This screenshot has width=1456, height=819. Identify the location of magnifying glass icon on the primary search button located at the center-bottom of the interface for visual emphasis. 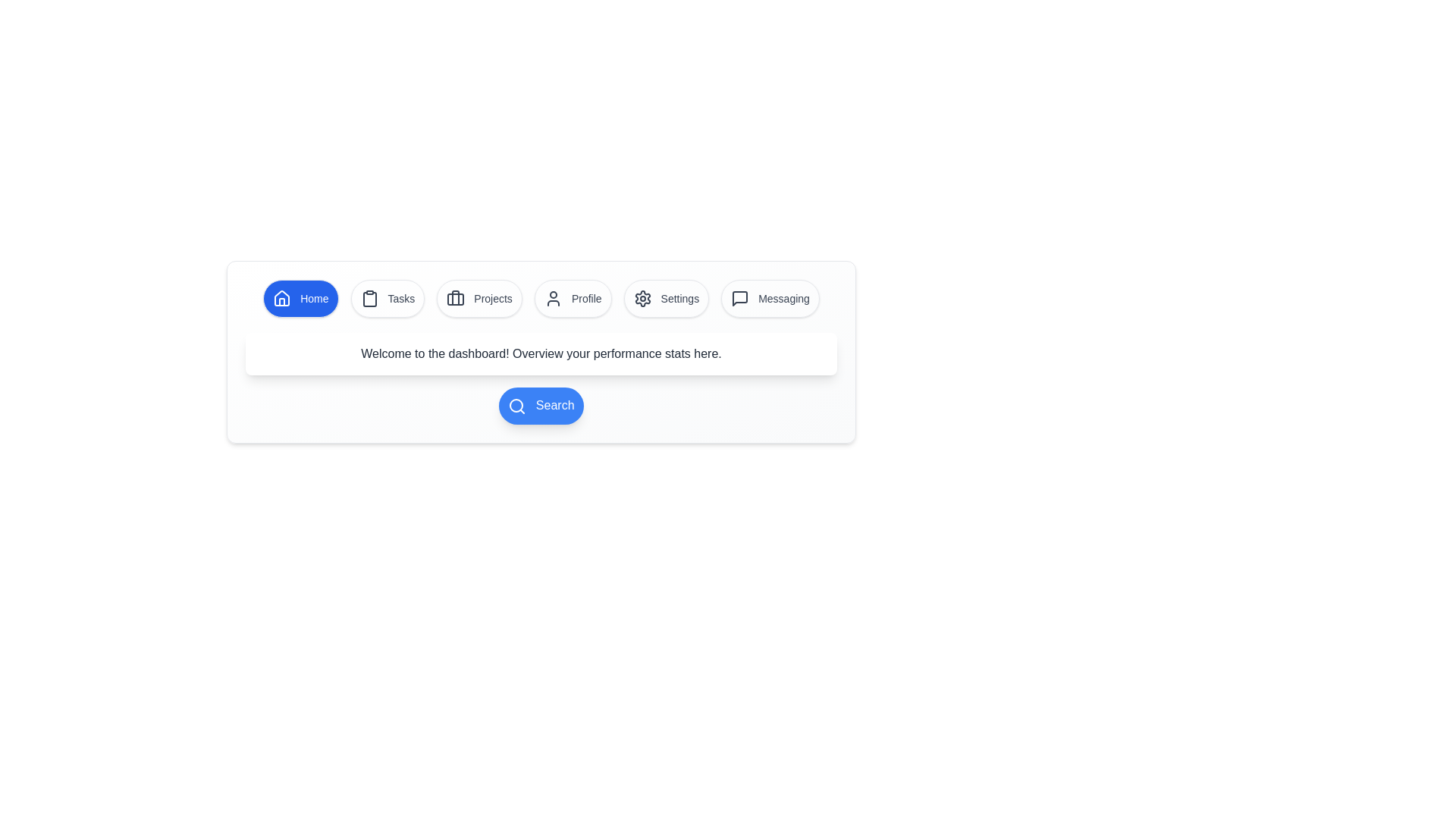
(541, 405).